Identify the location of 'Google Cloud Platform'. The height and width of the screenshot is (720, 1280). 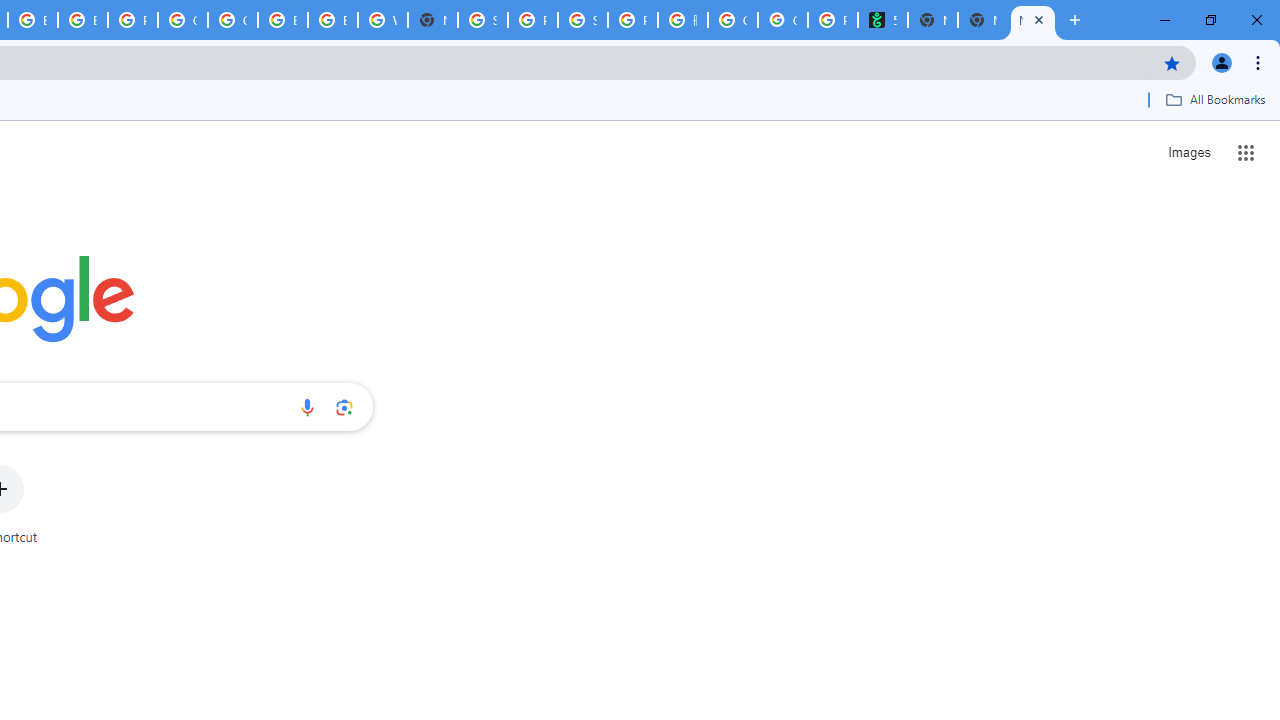
(232, 20).